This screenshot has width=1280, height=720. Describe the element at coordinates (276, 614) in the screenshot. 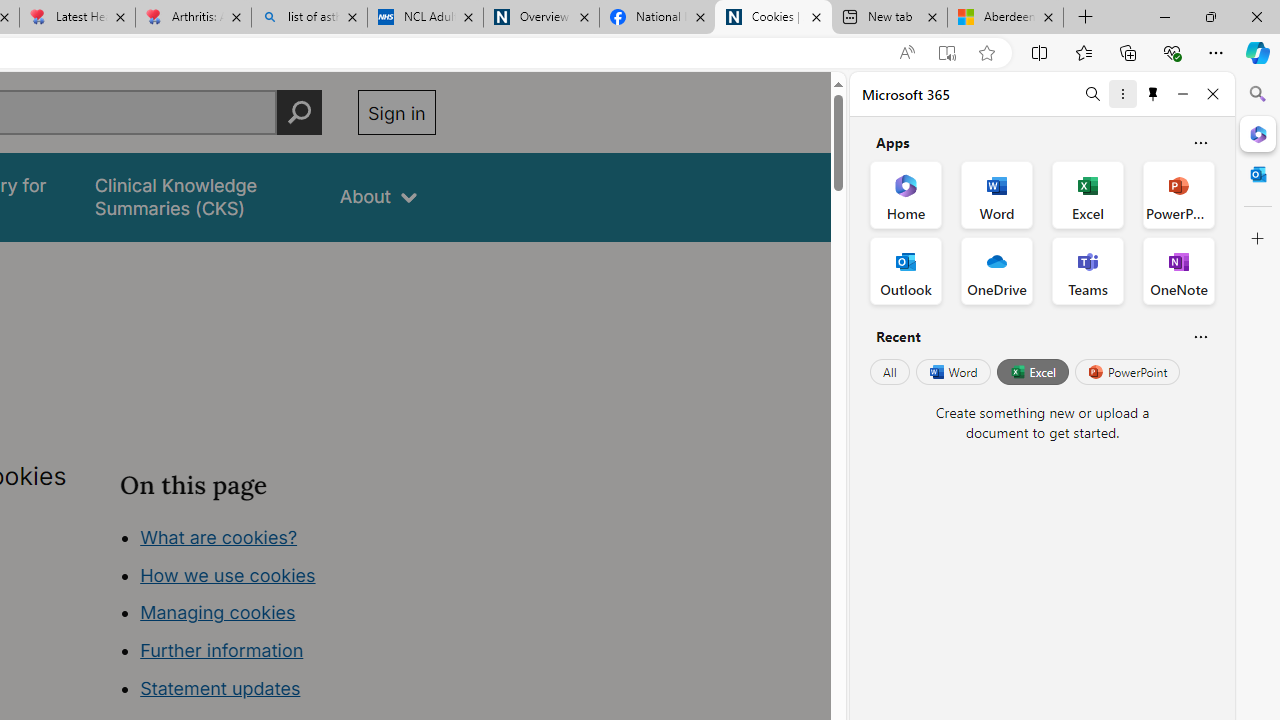

I see `'Class: in-page-nav__list'` at that location.